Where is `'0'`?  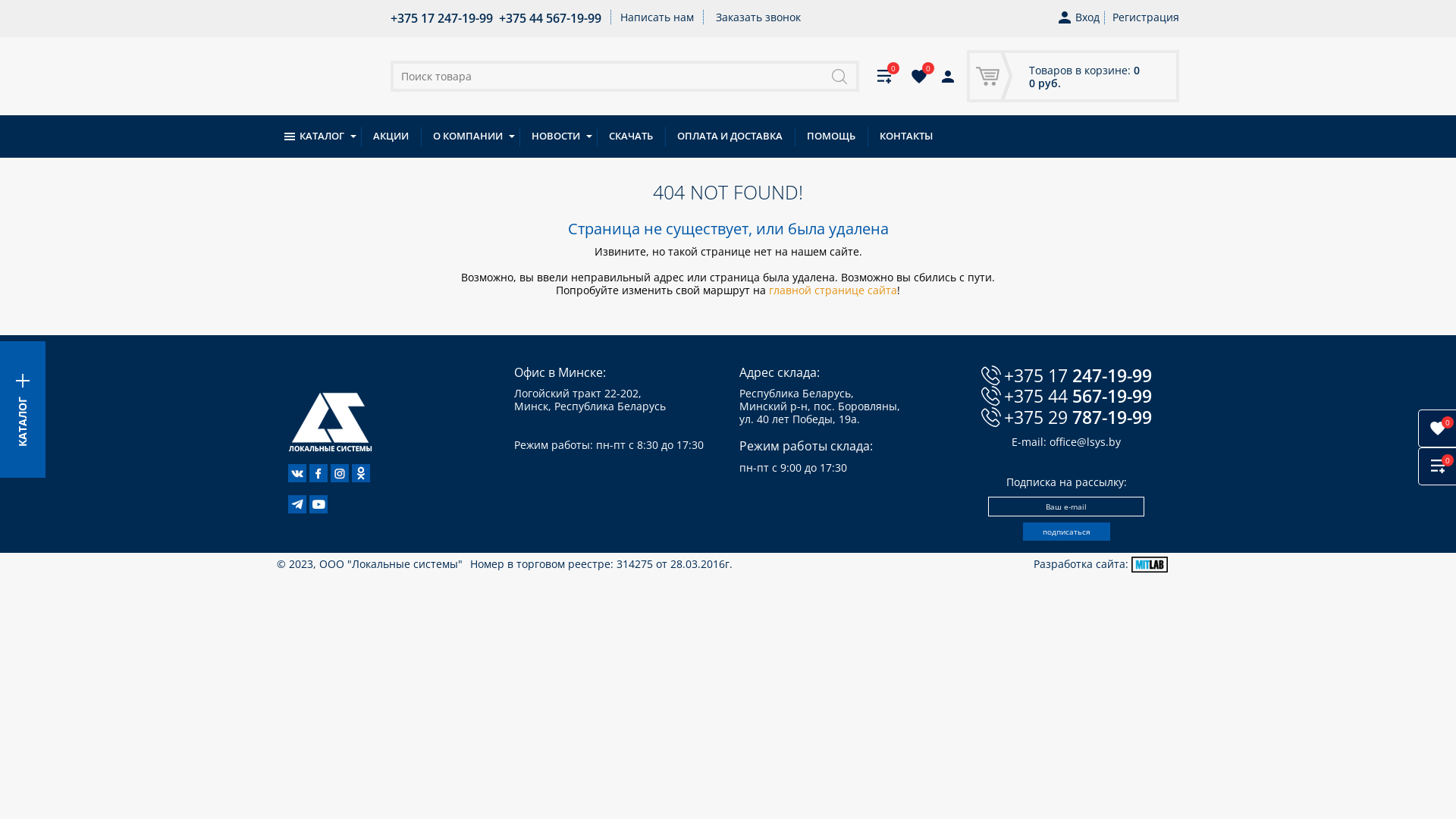 '0' is located at coordinates (902, 76).